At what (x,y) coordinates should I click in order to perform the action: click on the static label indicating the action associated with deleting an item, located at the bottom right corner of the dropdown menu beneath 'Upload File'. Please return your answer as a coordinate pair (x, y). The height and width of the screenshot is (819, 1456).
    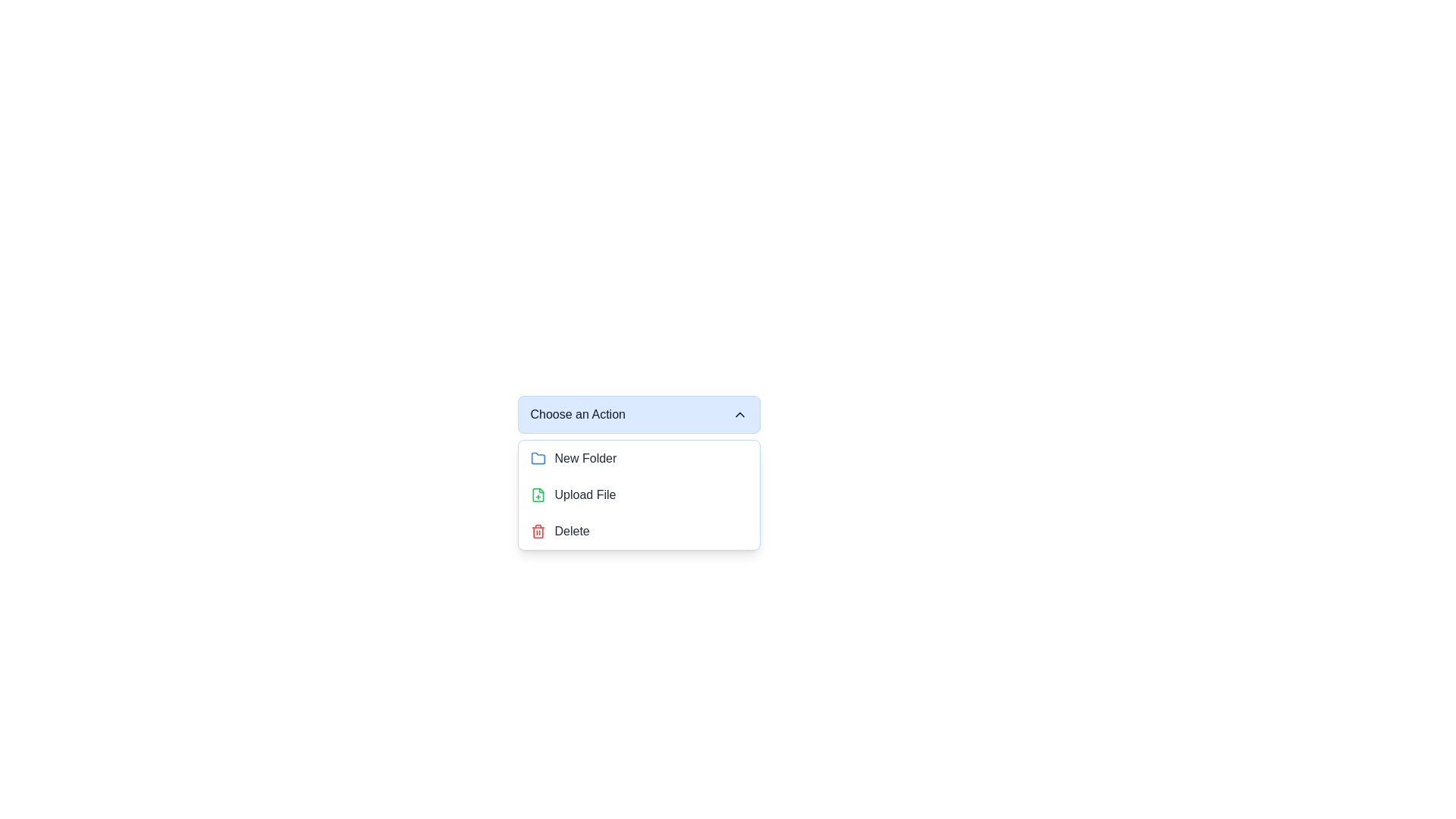
    Looking at the image, I should click on (571, 531).